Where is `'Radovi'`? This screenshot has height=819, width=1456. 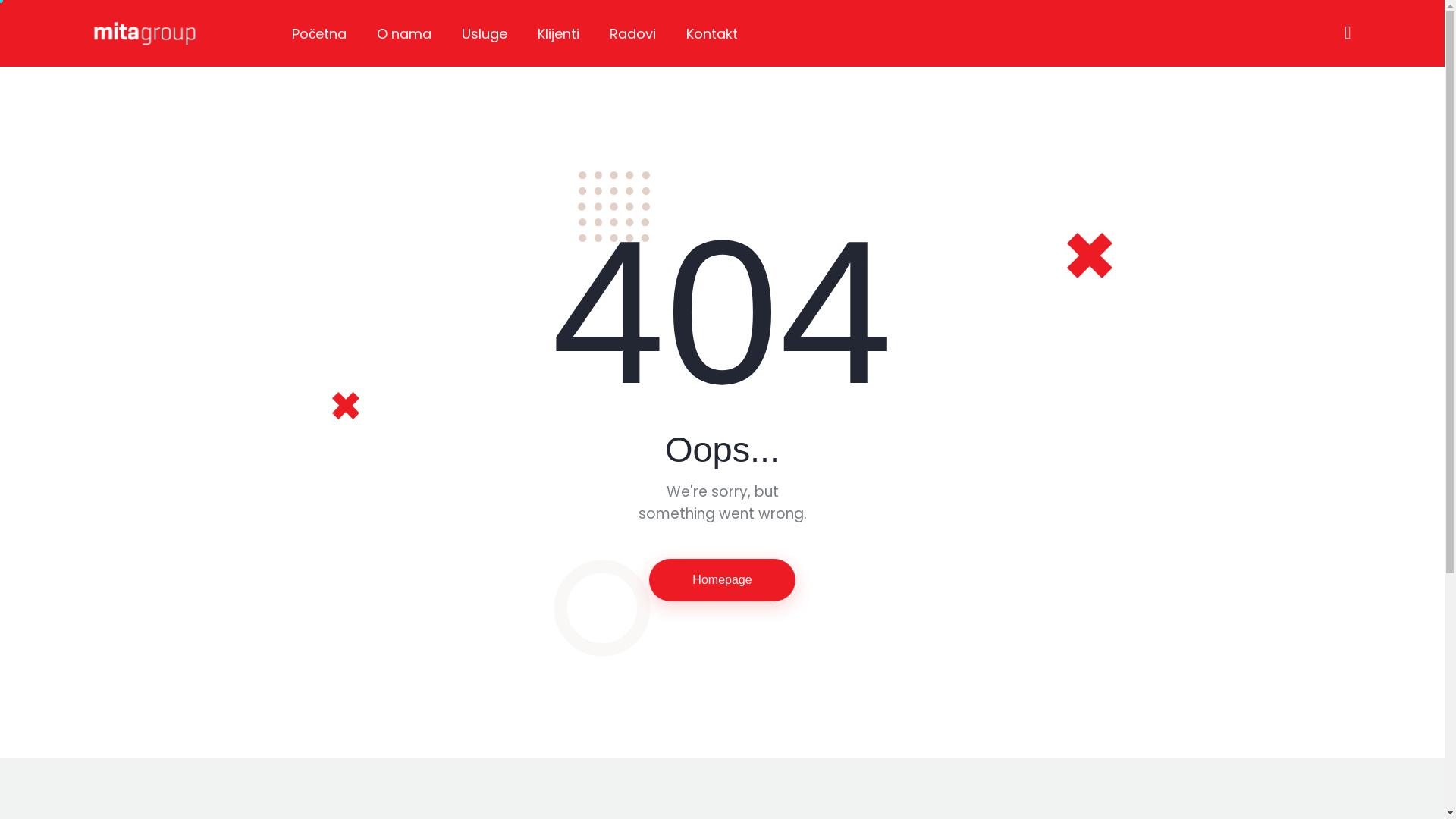 'Radovi' is located at coordinates (632, 34).